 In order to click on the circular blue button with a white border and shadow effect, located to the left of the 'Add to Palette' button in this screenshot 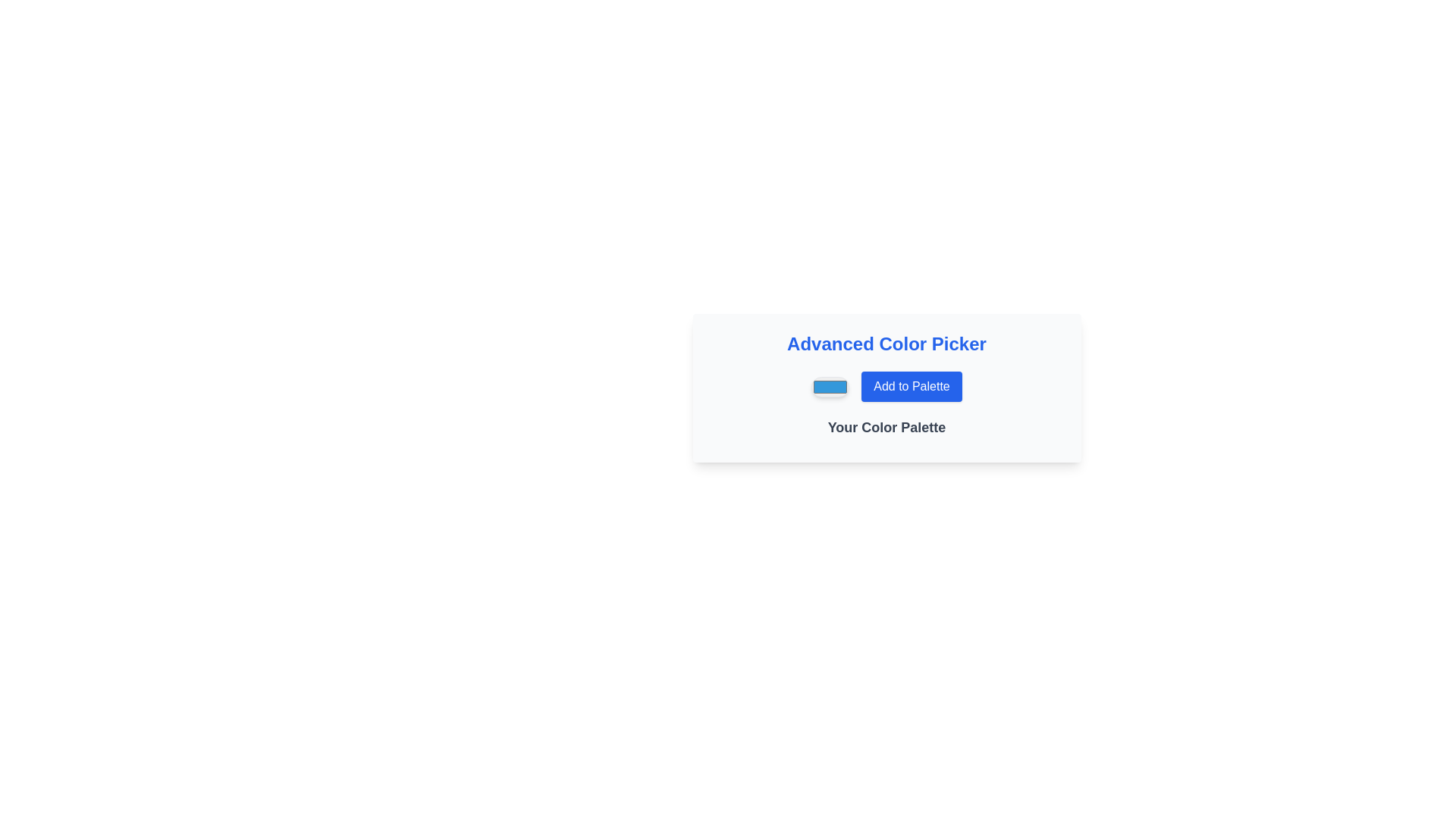, I will do `click(829, 385)`.